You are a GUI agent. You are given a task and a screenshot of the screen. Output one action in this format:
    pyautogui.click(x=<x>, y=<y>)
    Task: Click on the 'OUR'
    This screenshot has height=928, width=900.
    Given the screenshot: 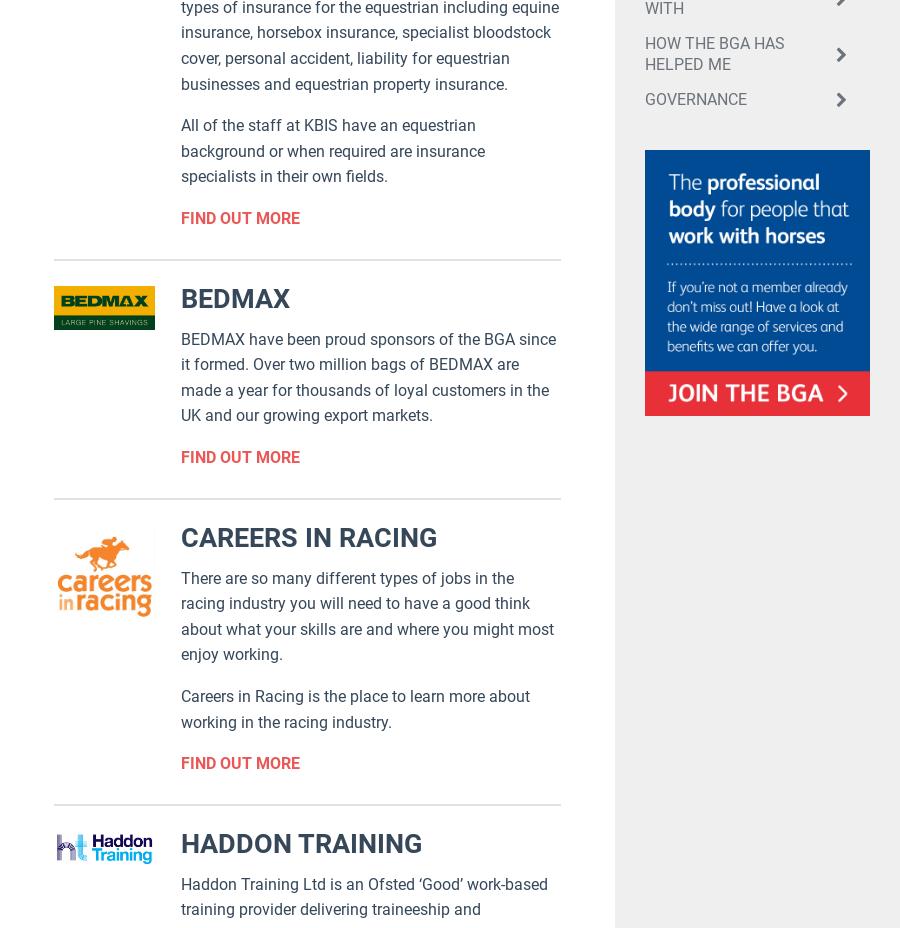 What is the action you would take?
    pyautogui.click(x=106, y=388)
    